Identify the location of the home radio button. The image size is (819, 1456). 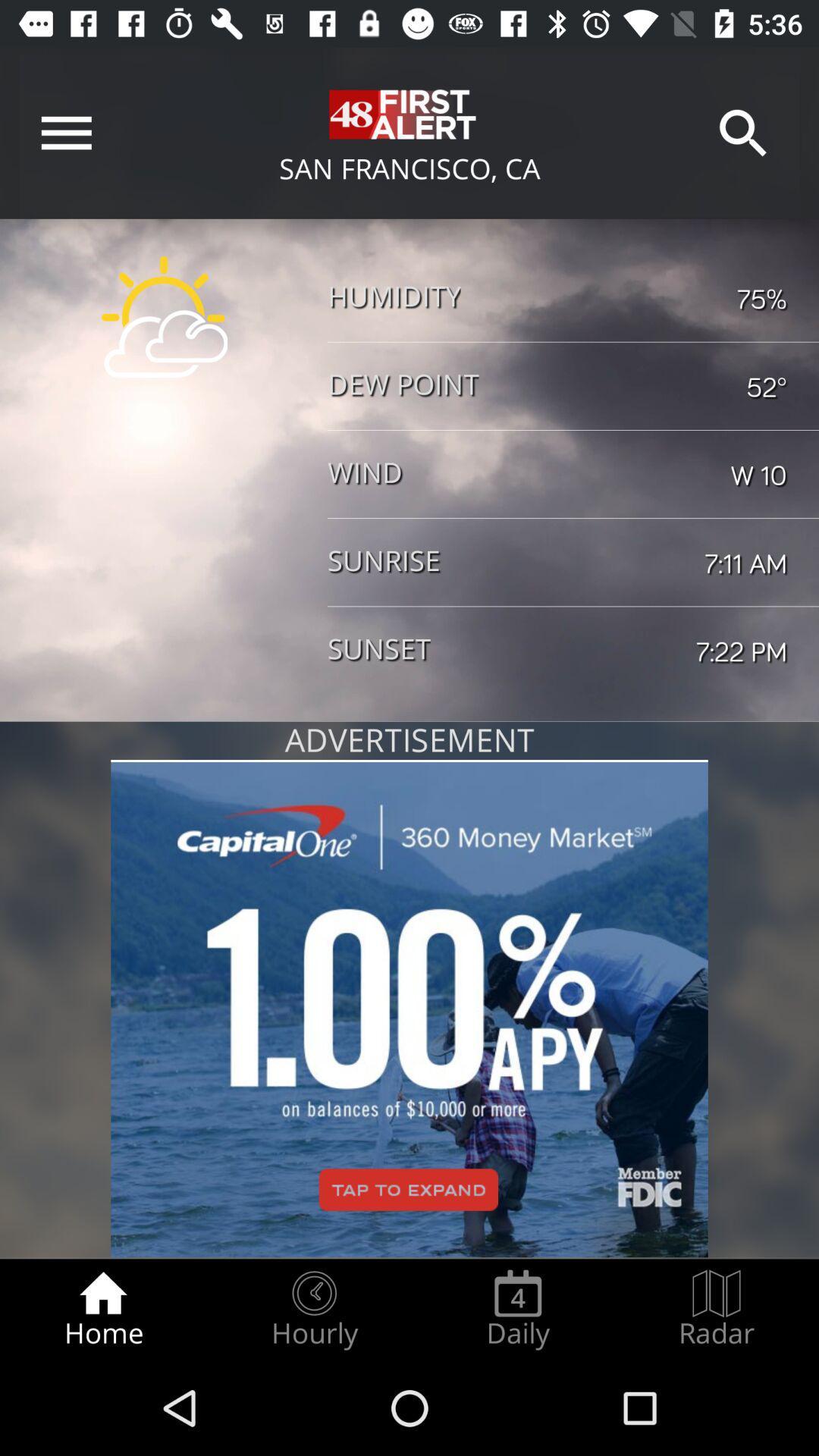
(102, 1309).